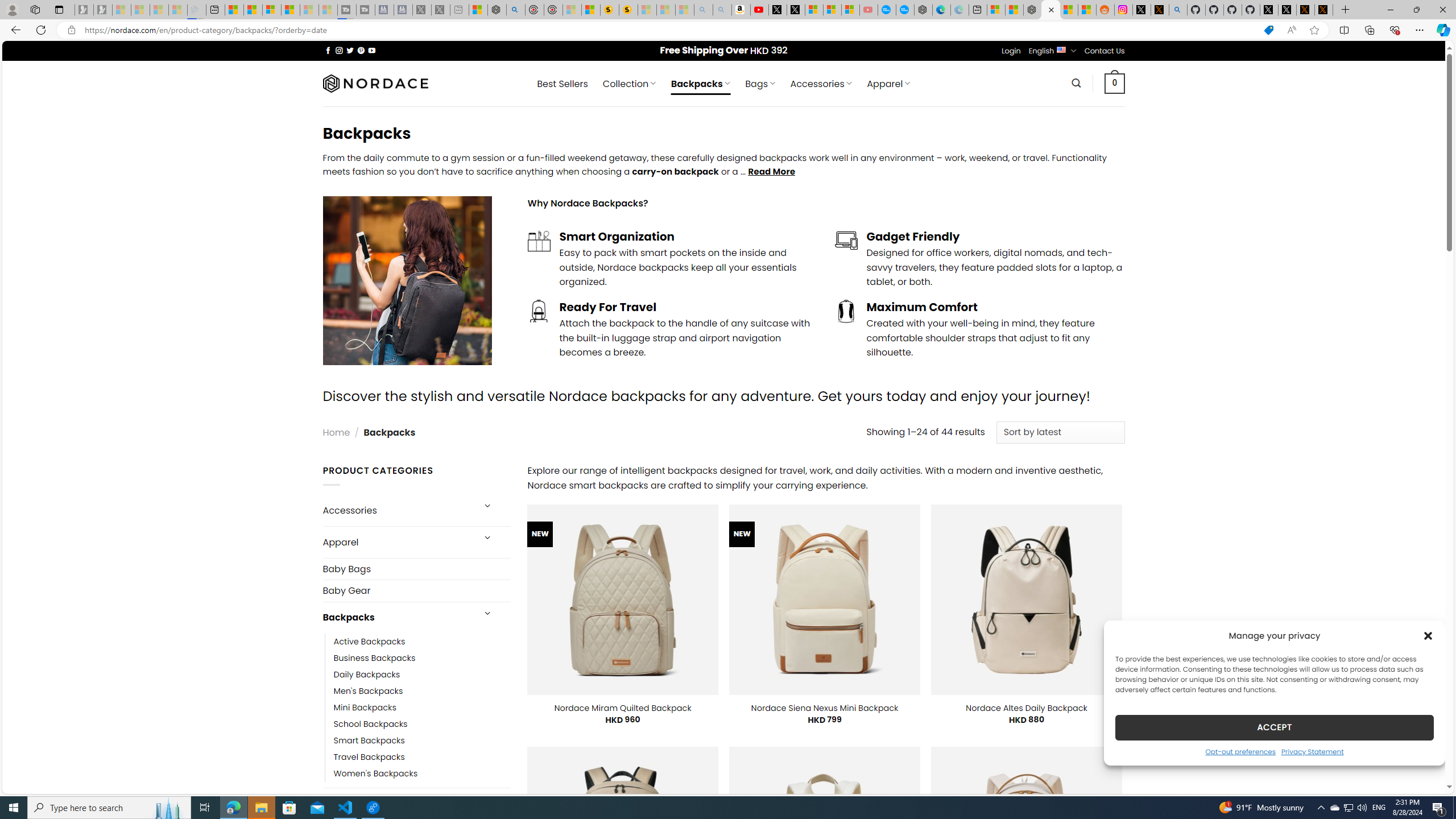  Describe the element at coordinates (421, 741) in the screenshot. I see `'Smart Backpacks'` at that location.